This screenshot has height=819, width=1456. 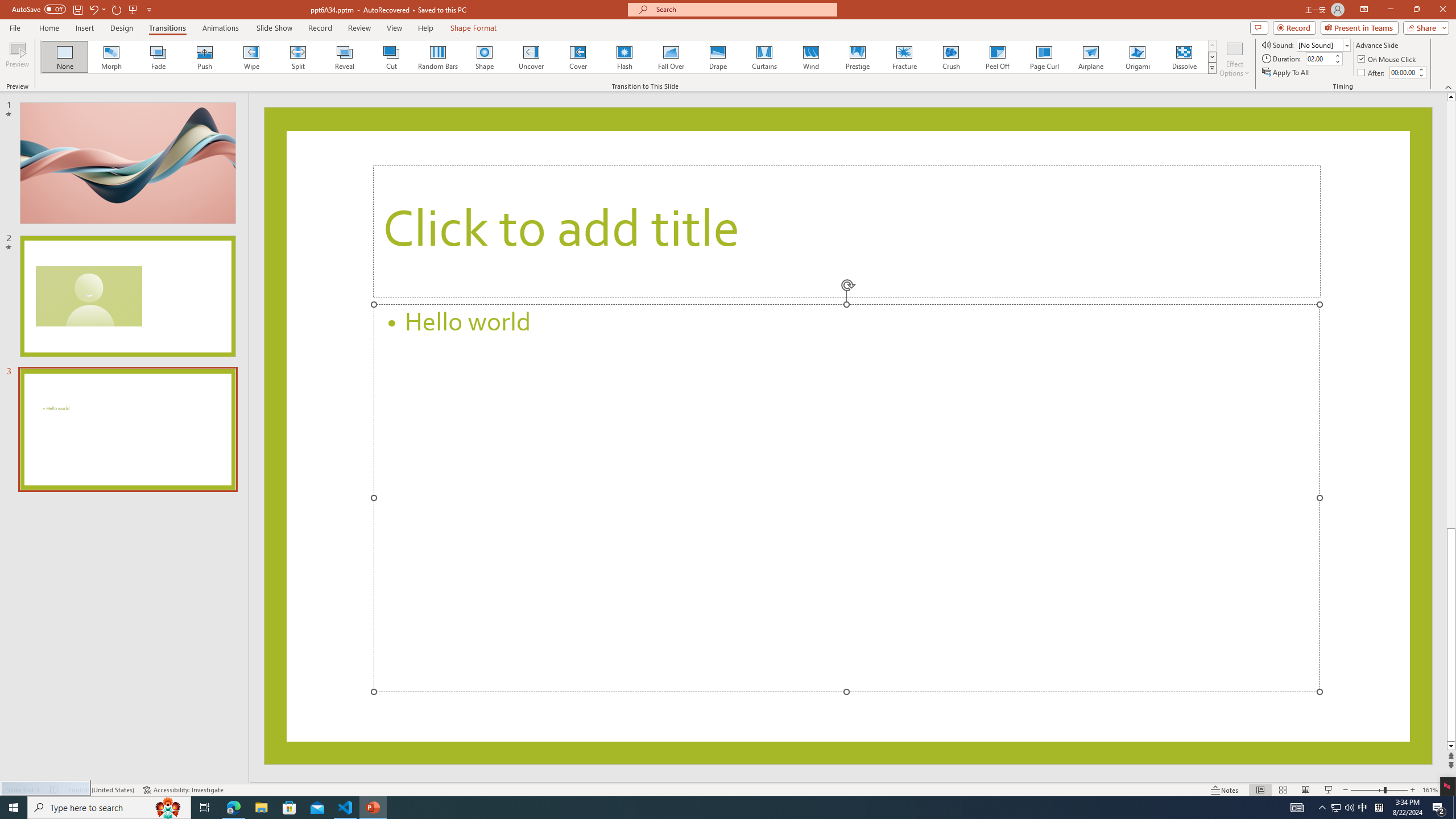 I want to click on 'Shape', so click(x=484, y=56).